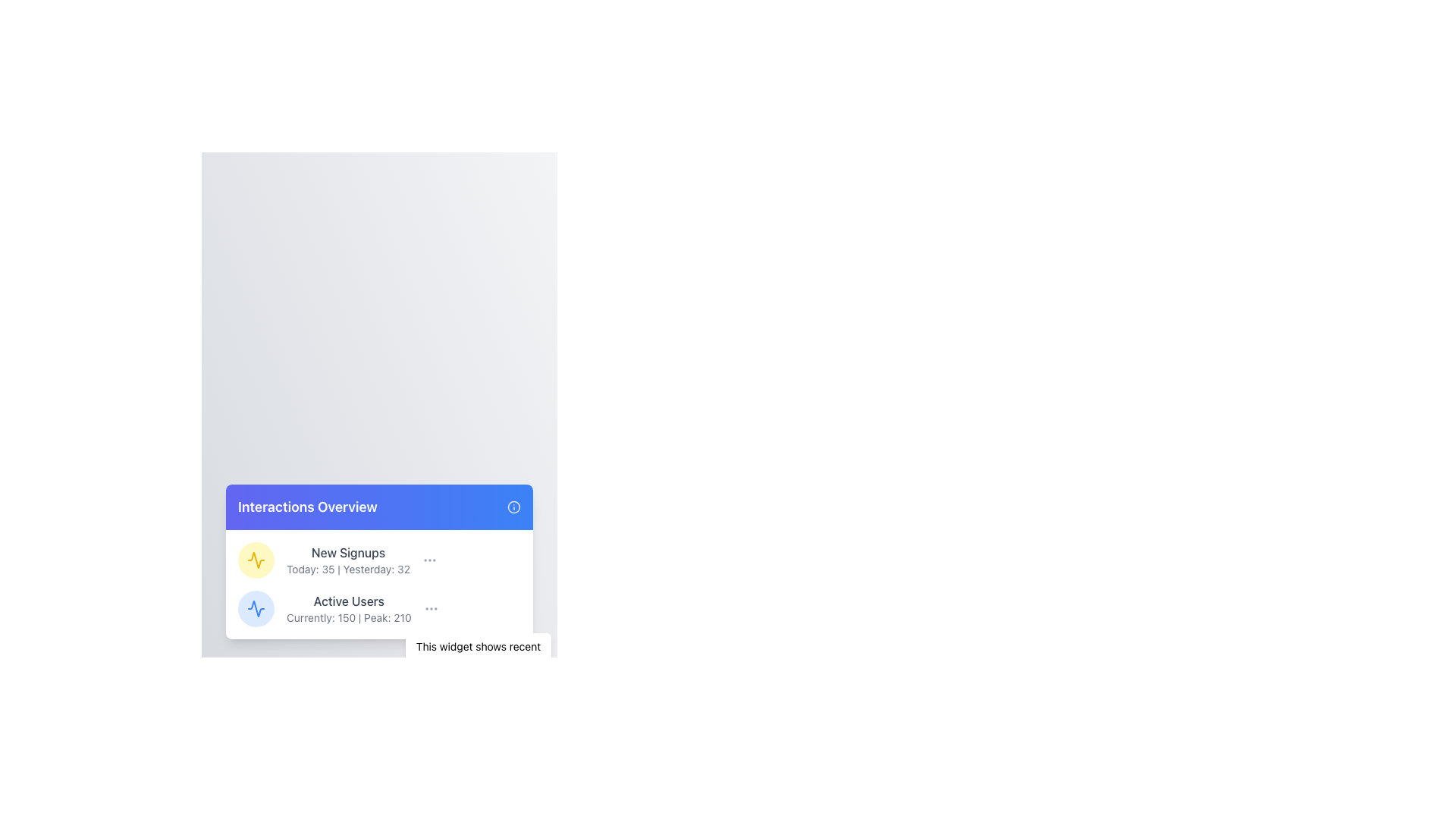  Describe the element at coordinates (348, 607) in the screenshot. I see `the 'Active Users' Information Display Block, which shows the current and peak user counts on the dashboard under the 'Interactions Overview' section` at that location.